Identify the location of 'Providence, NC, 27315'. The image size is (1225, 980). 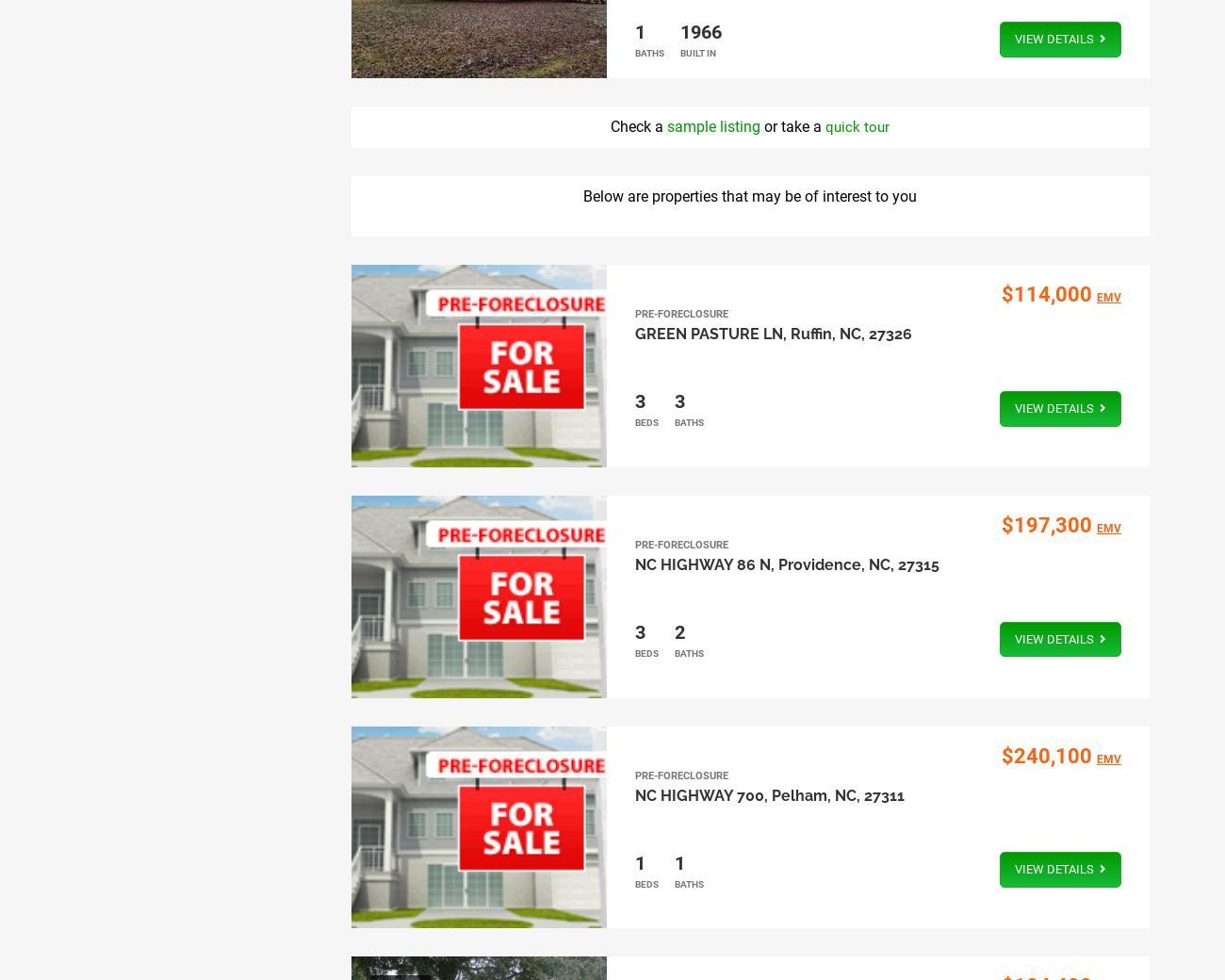
(776, 563).